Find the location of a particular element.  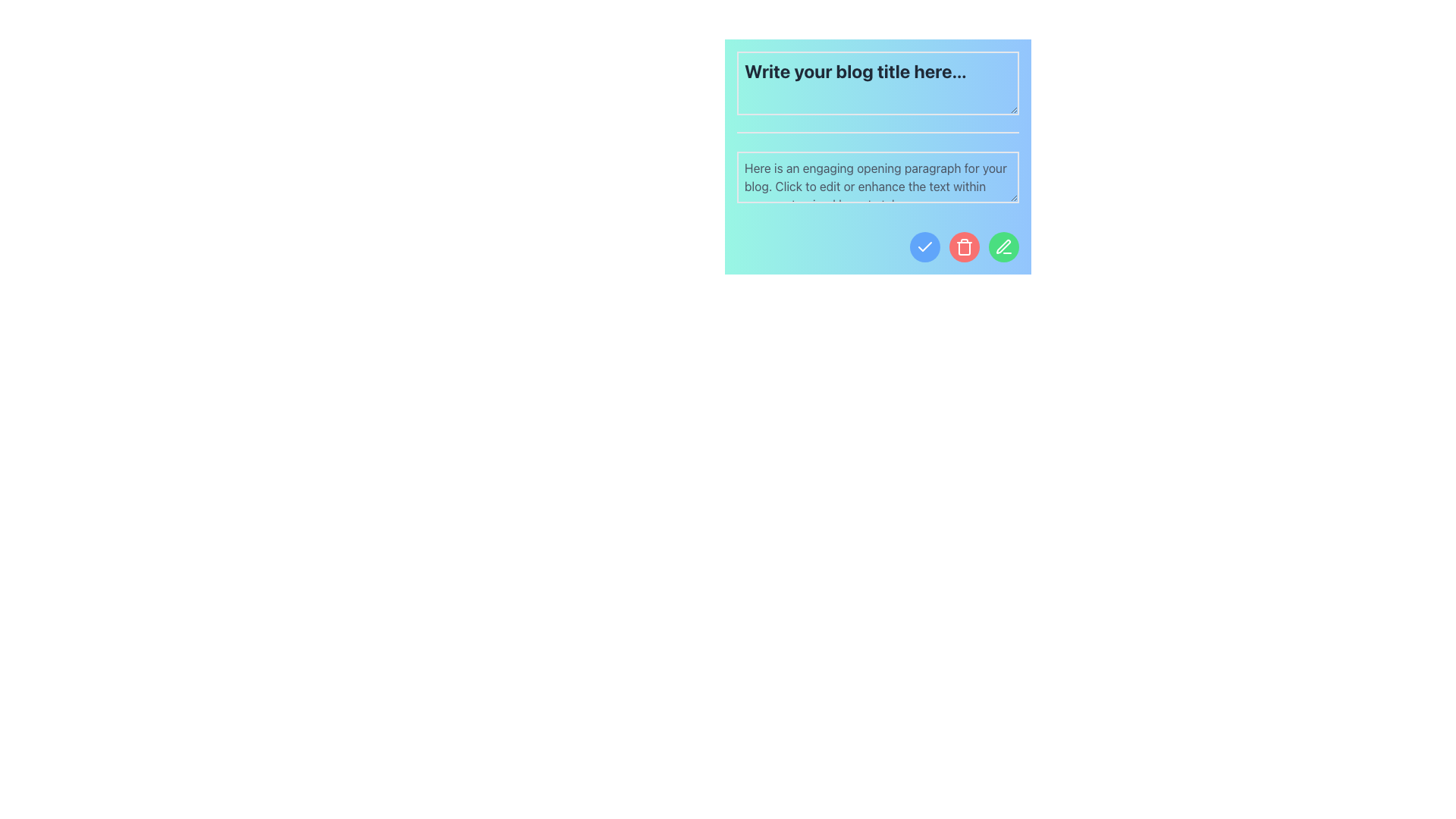

the confirmation icon in the bottom-left corner of the blog editor interface is located at coordinates (924, 246).